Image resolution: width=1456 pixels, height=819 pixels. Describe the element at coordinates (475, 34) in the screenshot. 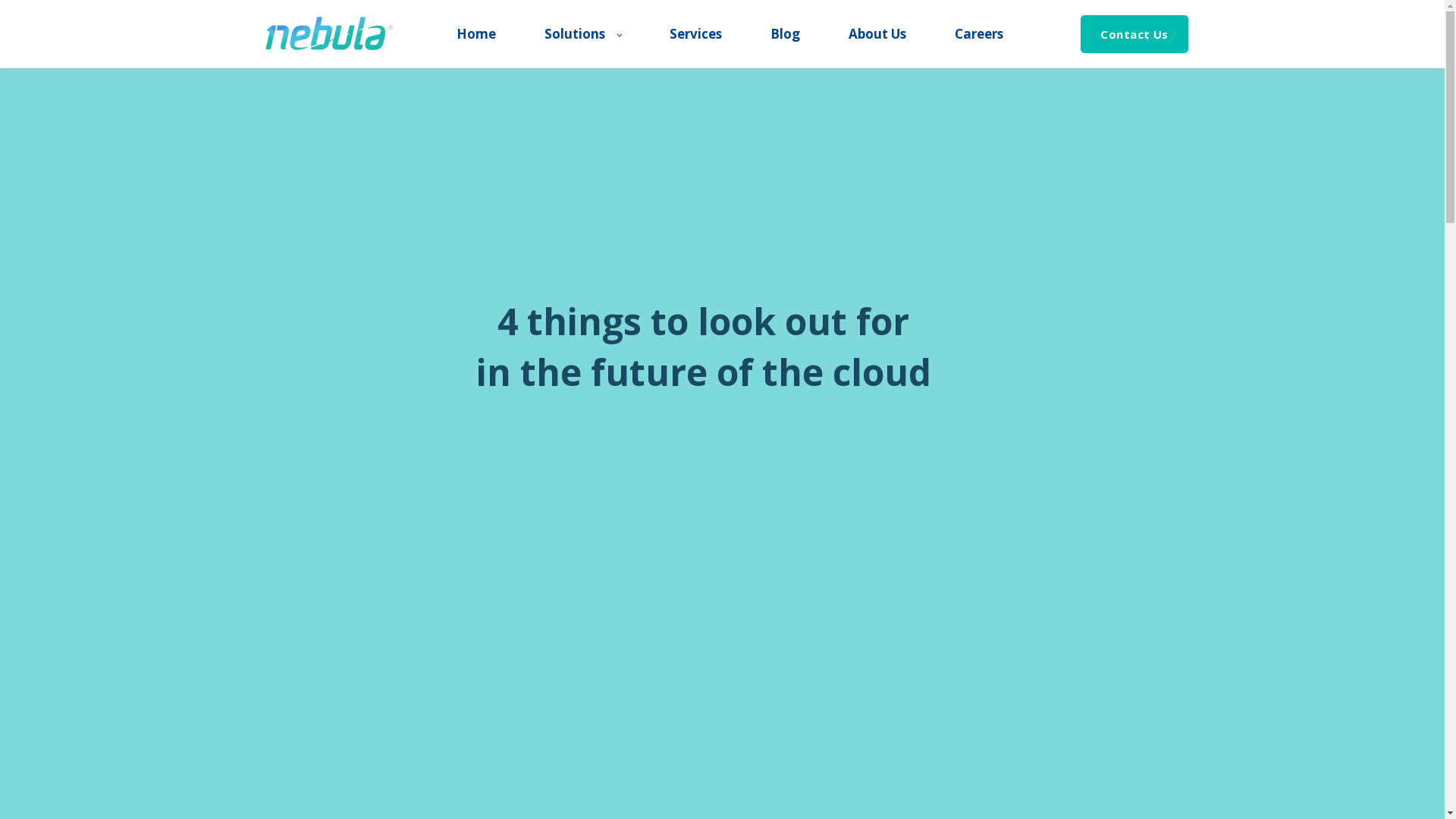

I see `'Home'` at that location.